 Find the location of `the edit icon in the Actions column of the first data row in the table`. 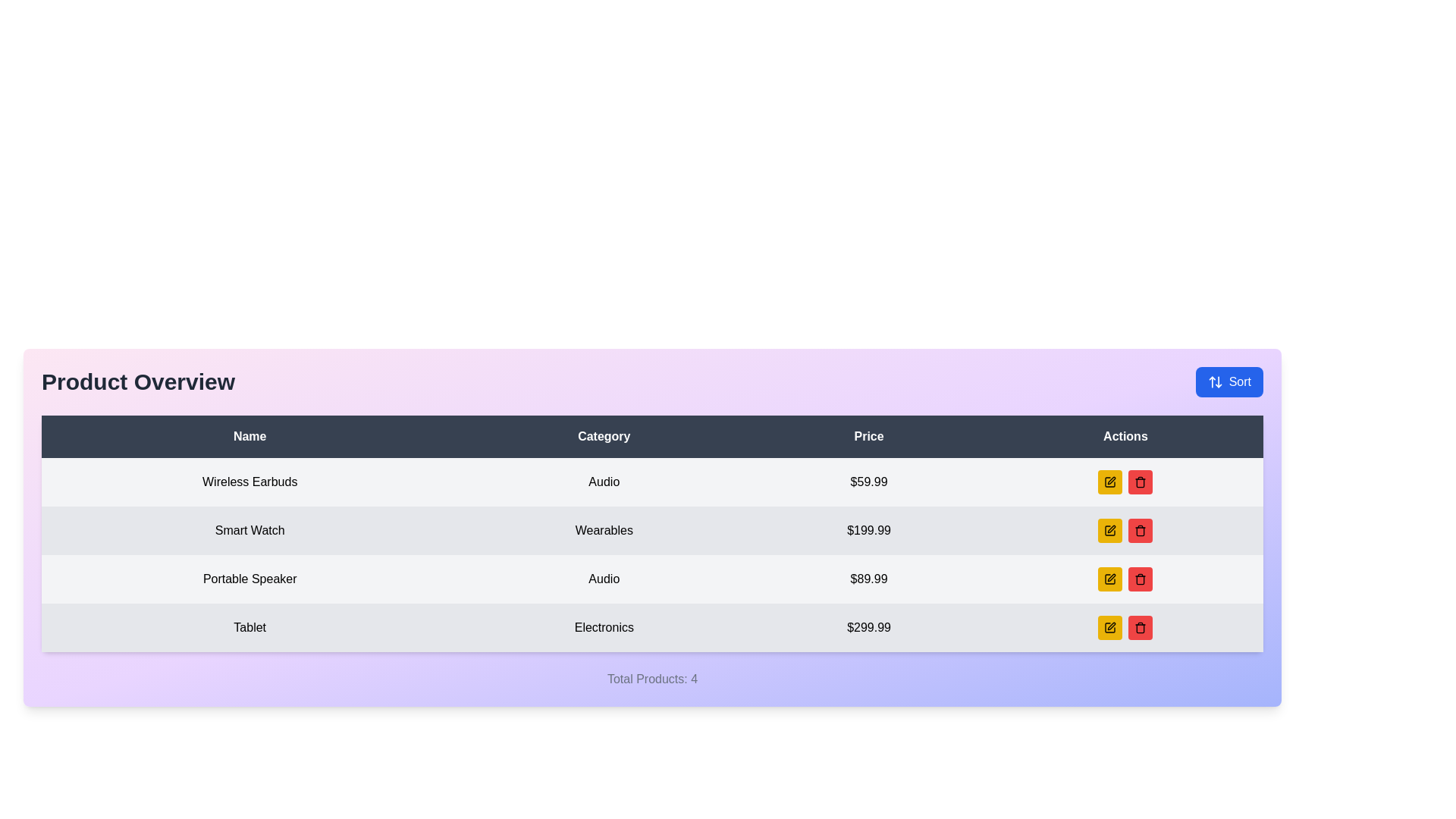

the edit icon in the Actions column of the first data row in the table is located at coordinates (1110, 482).